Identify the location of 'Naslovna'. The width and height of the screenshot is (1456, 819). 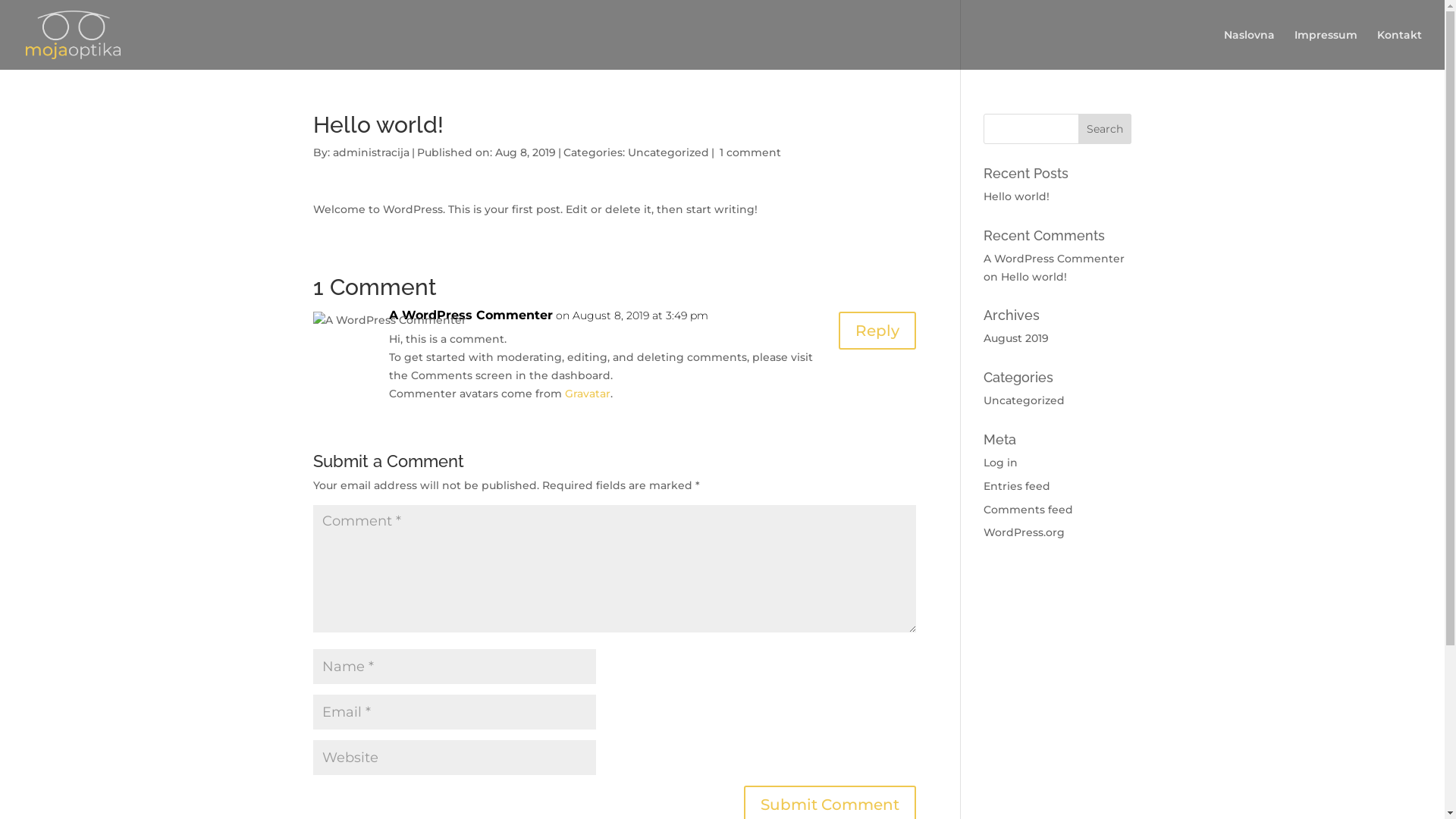
(1249, 49).